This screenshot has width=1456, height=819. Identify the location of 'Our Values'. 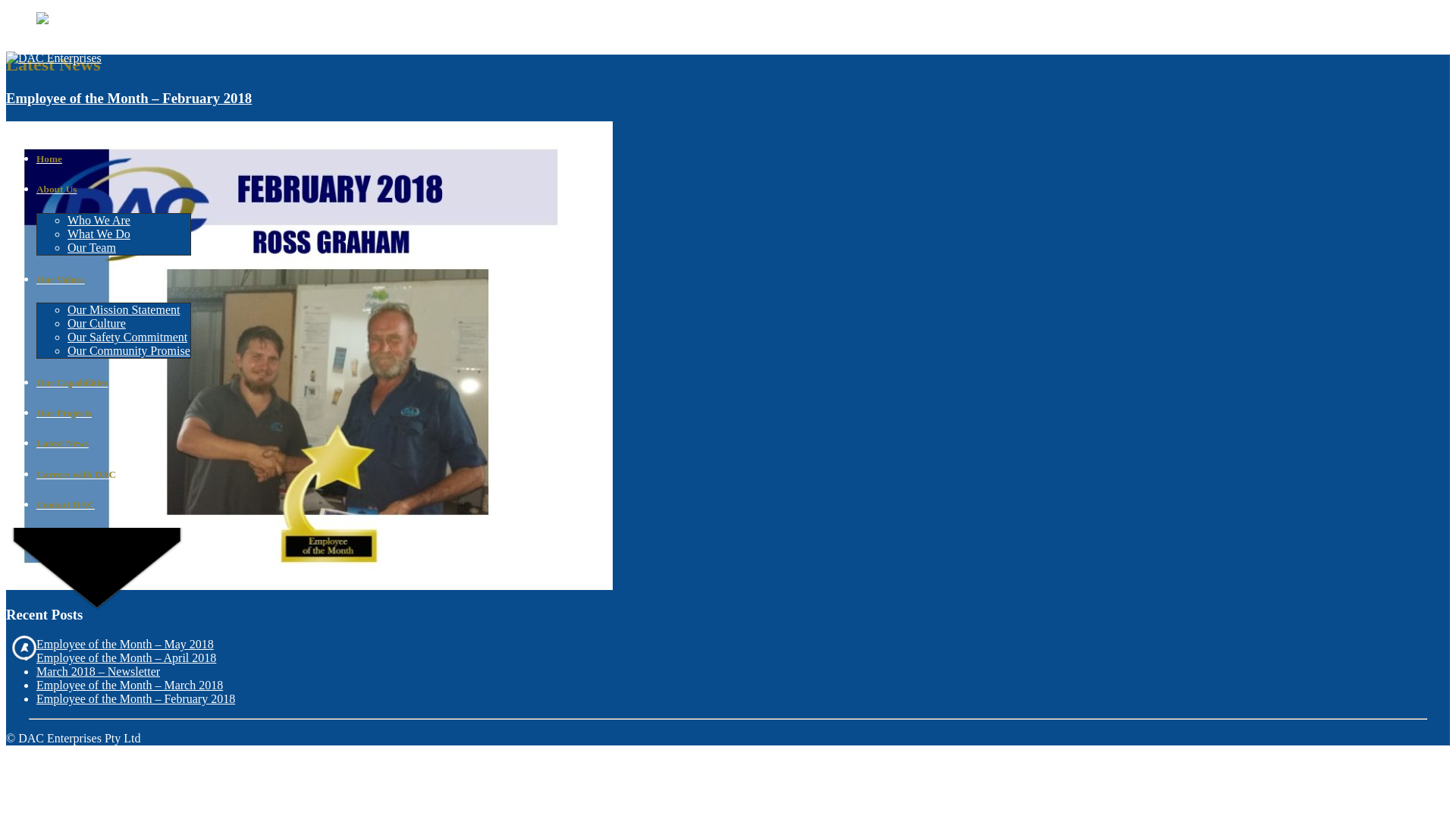
(112, 280).